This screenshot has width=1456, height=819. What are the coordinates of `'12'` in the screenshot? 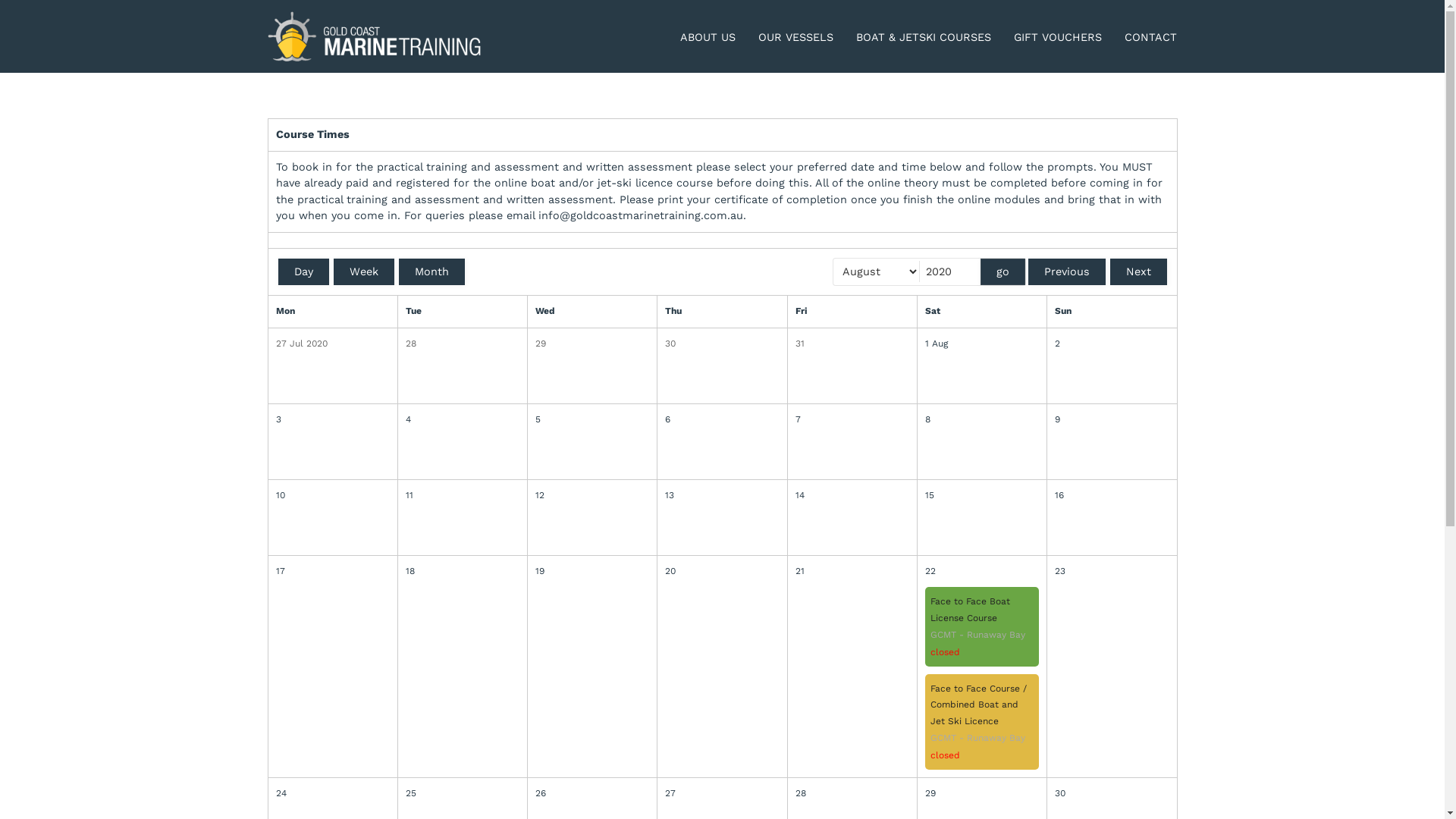 It's located at (535, 496).